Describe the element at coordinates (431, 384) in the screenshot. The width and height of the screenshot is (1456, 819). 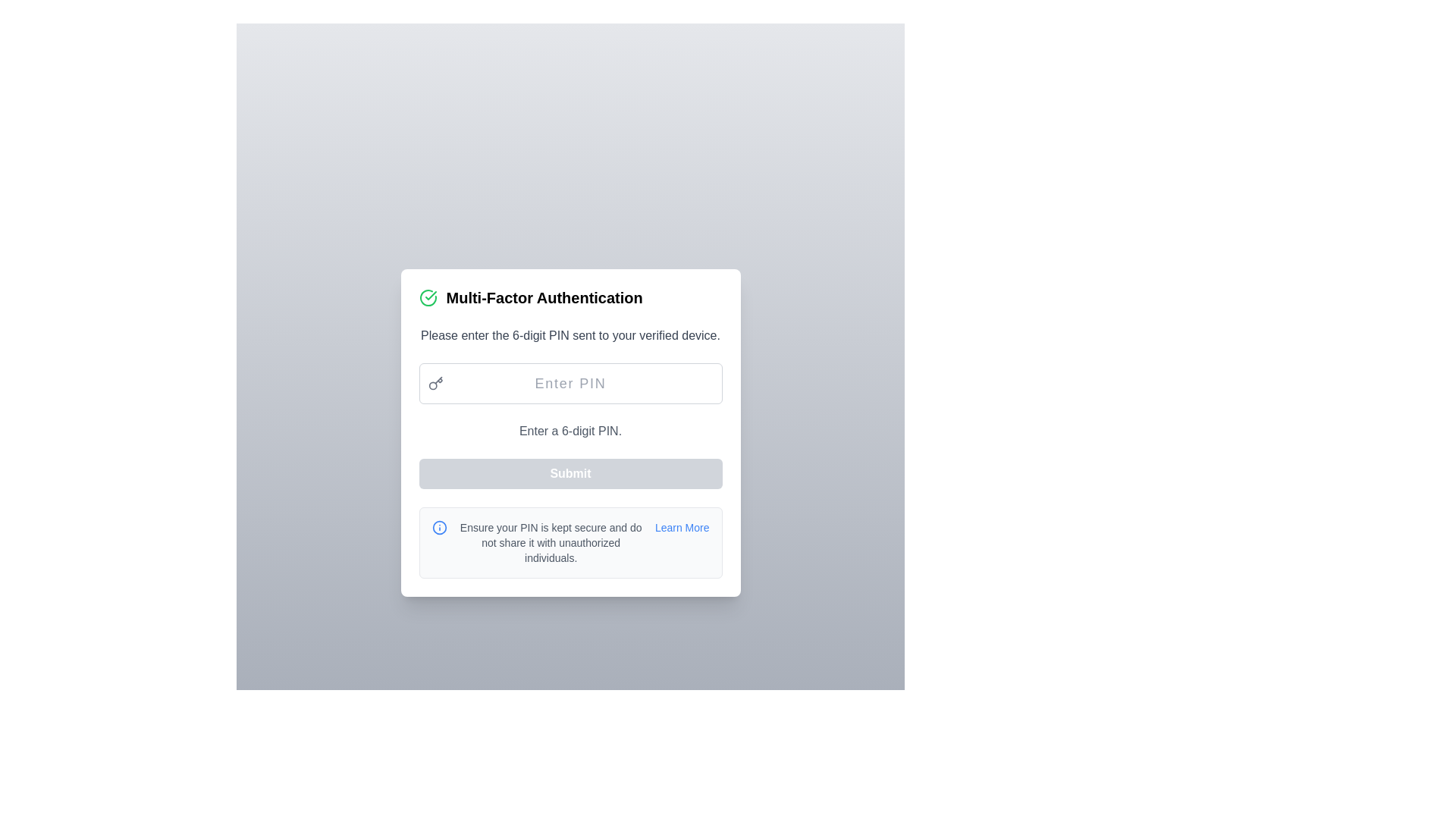
I see `the decorative SVG circle component that is part of the key icon located to the left of the 'Enter PIN' input field in the multi-factor authentication interface` at that location.